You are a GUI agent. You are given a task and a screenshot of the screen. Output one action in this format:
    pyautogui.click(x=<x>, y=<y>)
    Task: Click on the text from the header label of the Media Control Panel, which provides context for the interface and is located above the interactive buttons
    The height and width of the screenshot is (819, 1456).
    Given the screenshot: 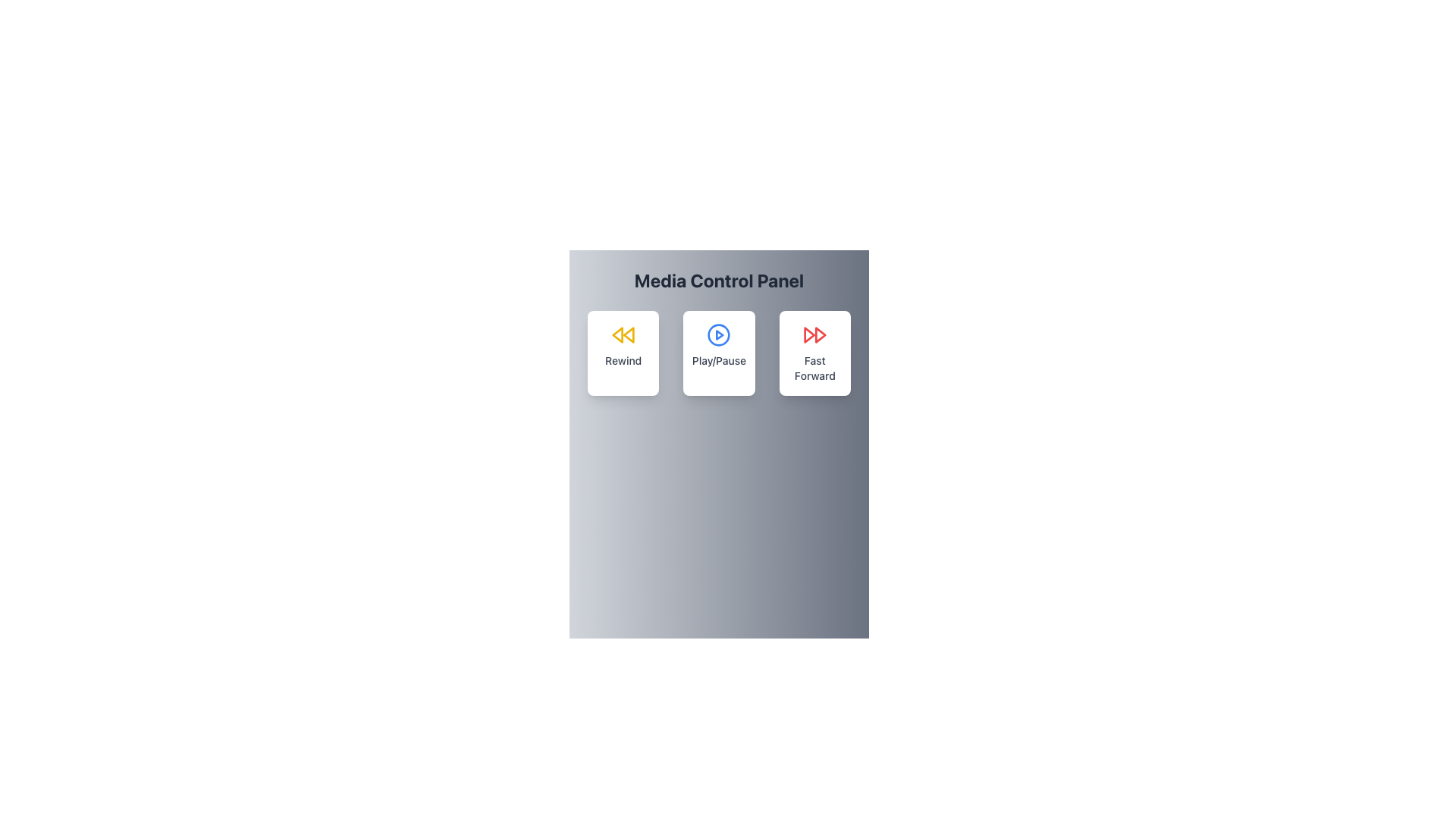 What is the action you would take?
    pyautogui.click(x=718, y=281)
    